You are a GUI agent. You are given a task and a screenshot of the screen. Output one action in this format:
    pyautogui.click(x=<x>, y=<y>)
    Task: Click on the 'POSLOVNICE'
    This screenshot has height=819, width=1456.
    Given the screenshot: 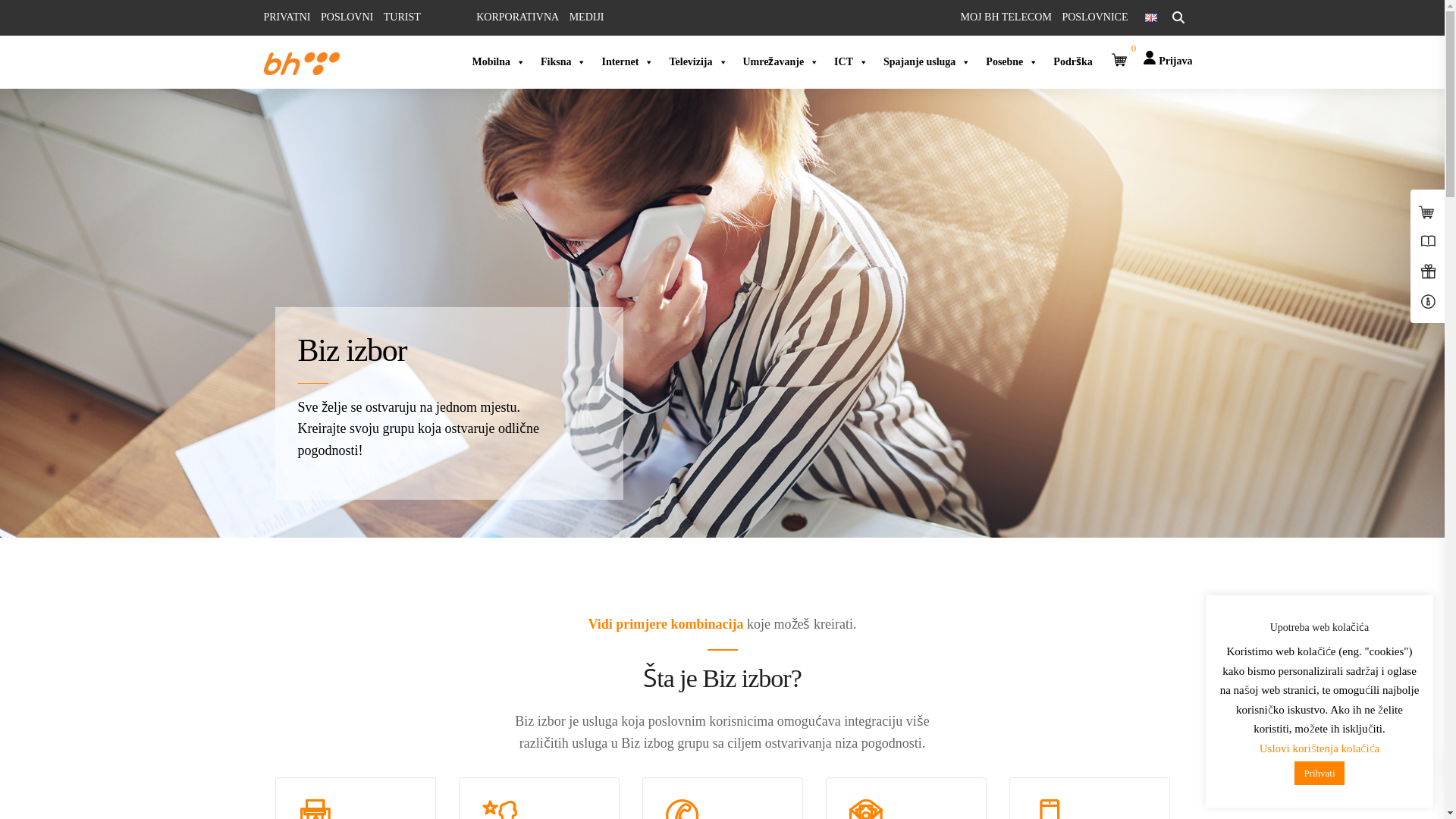 What is the action you would take?
    pyautogui.click(x=1094, y=17)
    